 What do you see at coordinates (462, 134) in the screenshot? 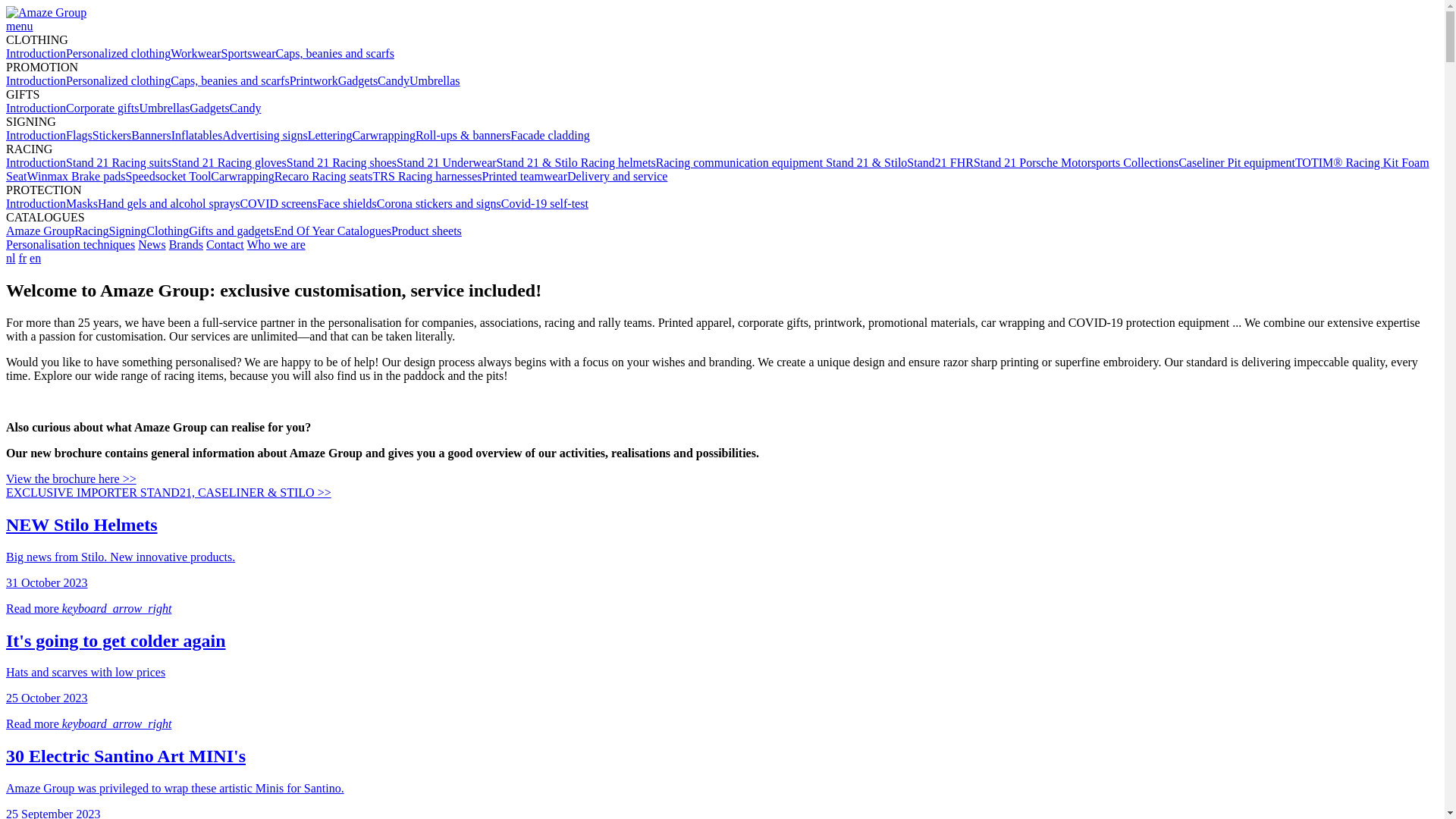
I see `'Roll-ups & banners'` at bounding box center [462, 134].